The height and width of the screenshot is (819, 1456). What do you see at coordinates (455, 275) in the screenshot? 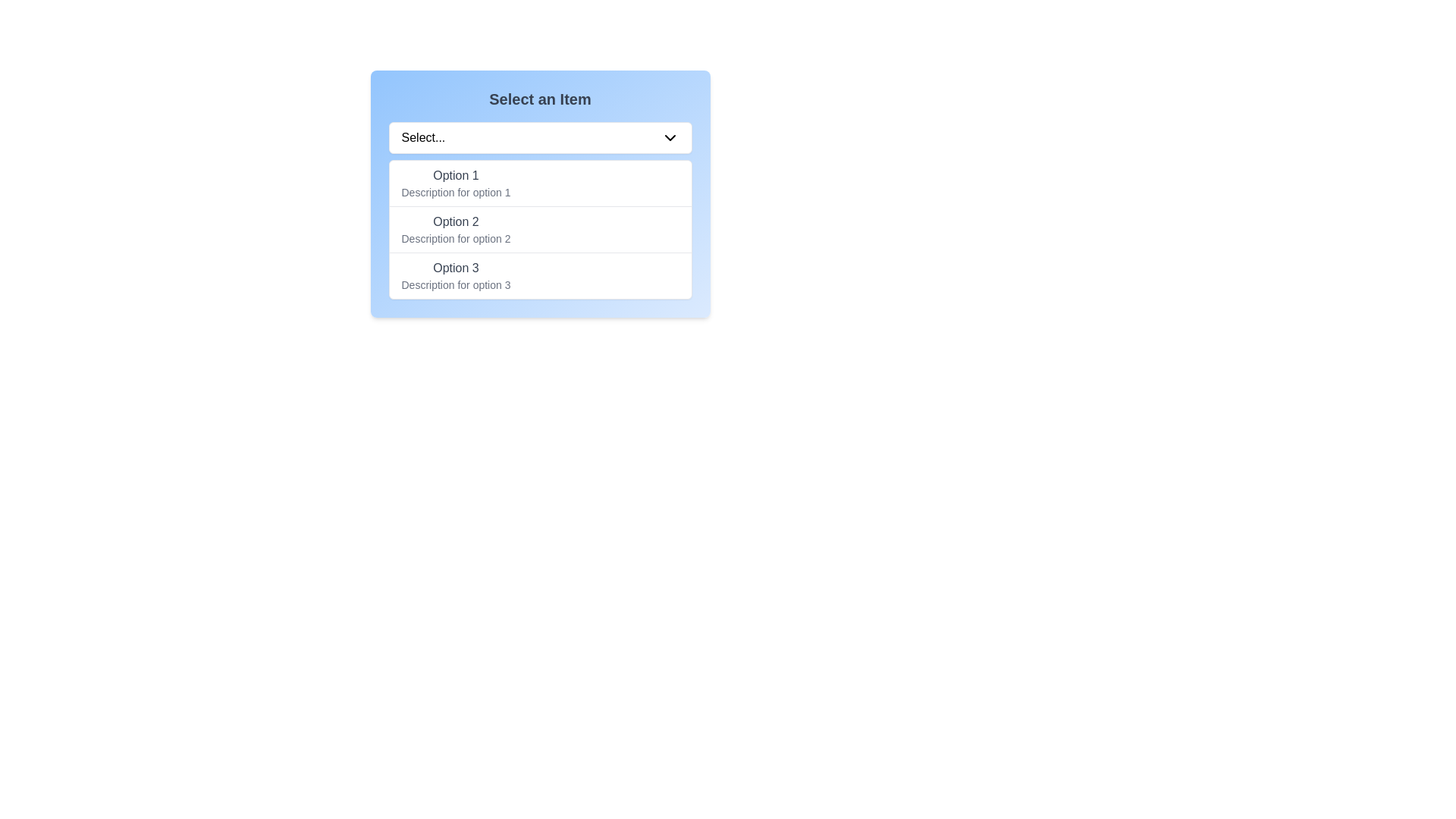
I see `the selectable option in the dropdown menu that displays 'Option 3' with the description 'Description for option 3'` at bounding box center [455, 275].